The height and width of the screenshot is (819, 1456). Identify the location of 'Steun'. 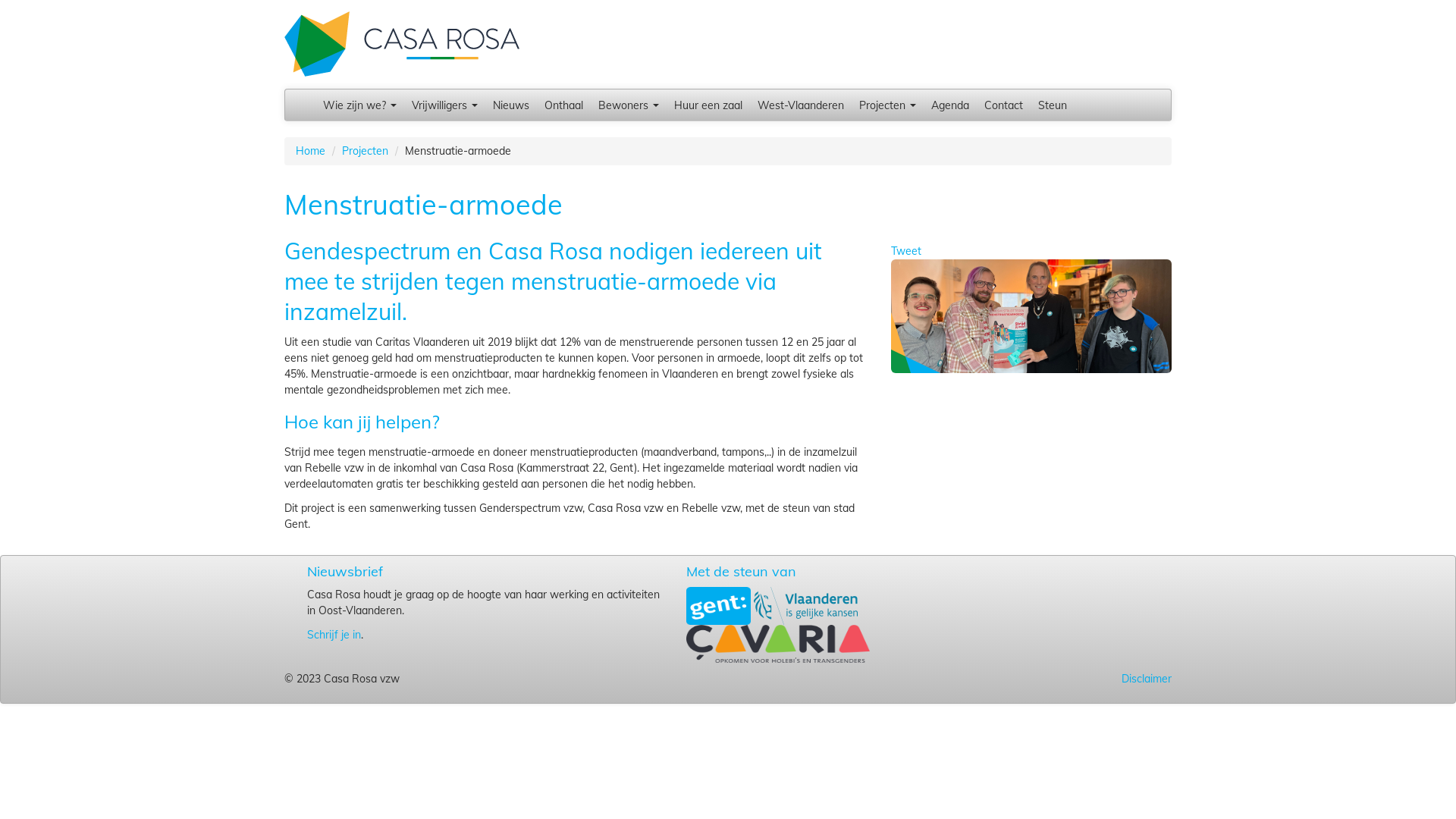
(1051, 104).